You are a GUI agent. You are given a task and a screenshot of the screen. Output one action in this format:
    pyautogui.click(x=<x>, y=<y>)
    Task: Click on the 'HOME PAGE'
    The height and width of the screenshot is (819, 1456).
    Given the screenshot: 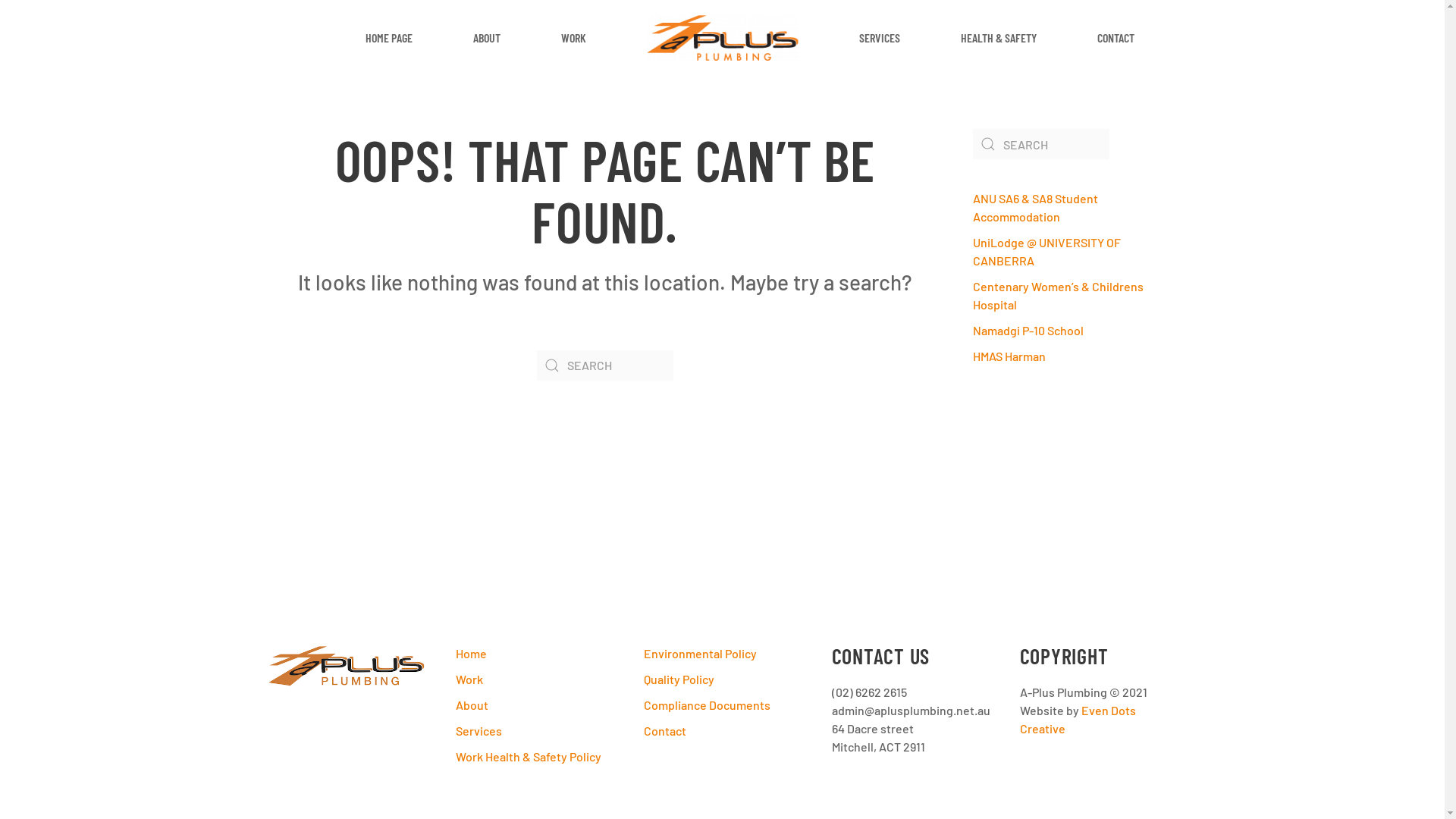 What is the action you would take?
    pyautogui.click(x=389, y=37)
    